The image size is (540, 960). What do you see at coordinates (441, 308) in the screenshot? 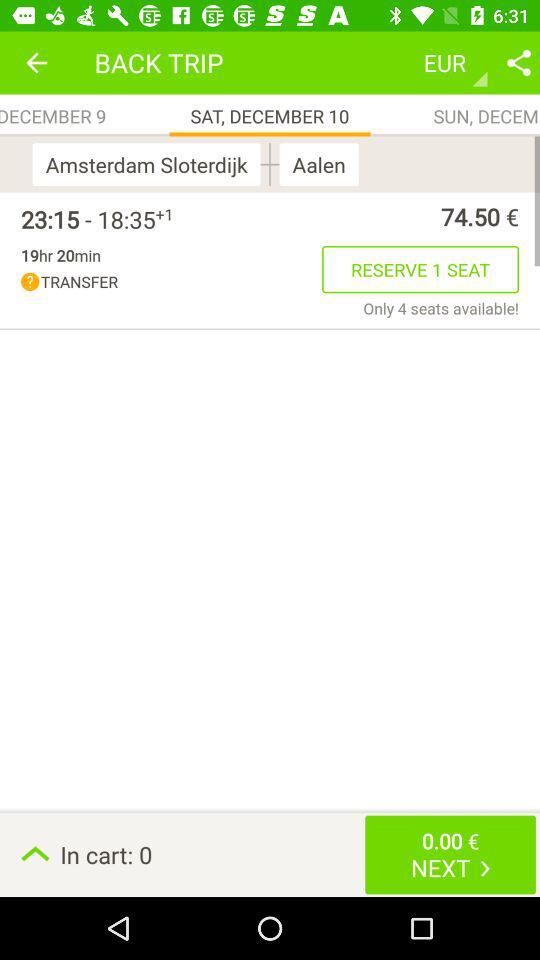
I see `icon next to the transfer` at bounding box center [441, 308].